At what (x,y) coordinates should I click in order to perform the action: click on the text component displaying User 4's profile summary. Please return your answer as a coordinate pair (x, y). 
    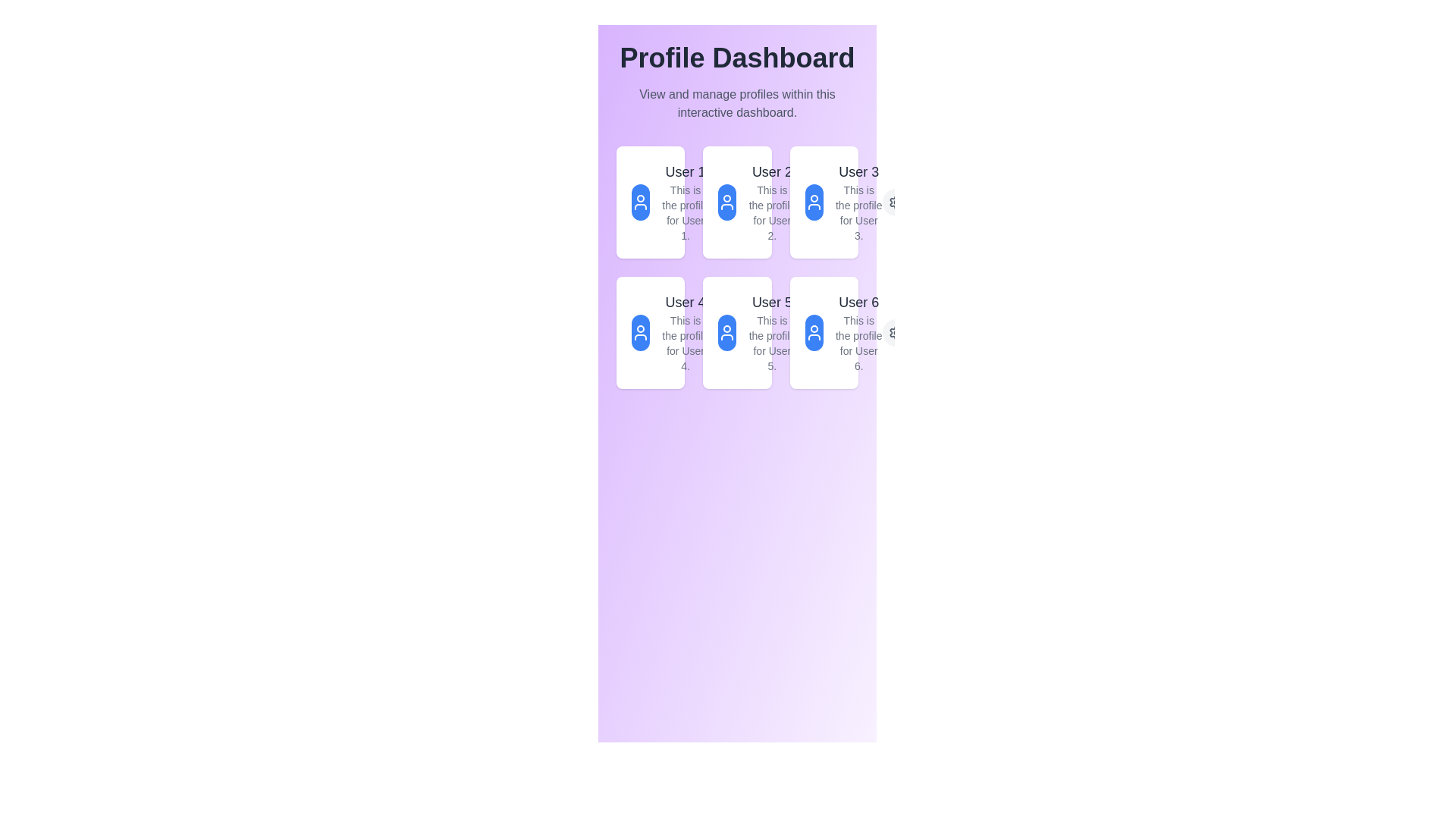
    Looking at the image, I should click on (684, 332).